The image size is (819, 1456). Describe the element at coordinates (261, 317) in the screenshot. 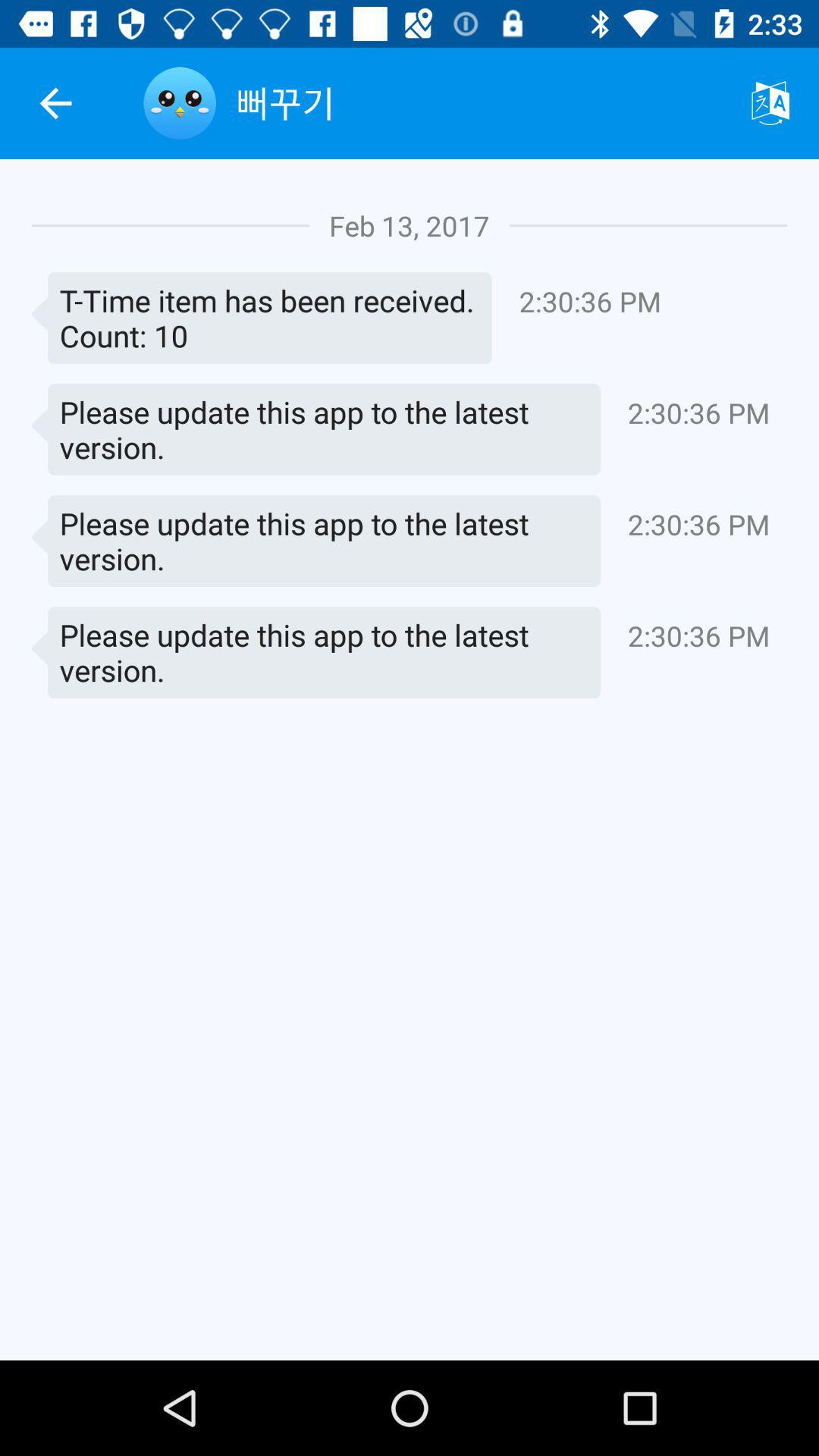

I see `item above please update this item` at that location.